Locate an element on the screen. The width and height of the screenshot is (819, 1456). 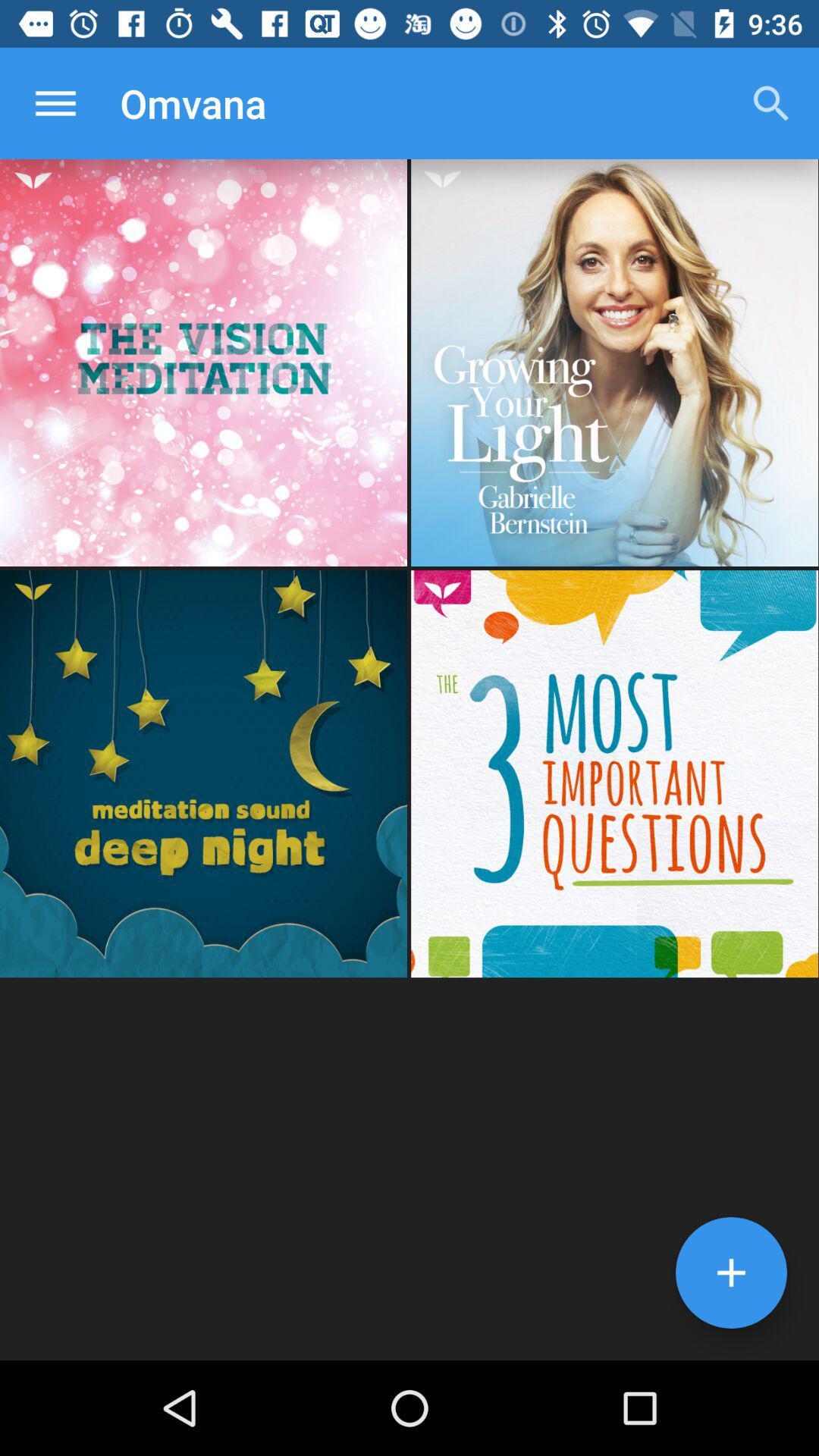
a add button which is on the bottom right corner of page is located at coordinates (730, 1272).